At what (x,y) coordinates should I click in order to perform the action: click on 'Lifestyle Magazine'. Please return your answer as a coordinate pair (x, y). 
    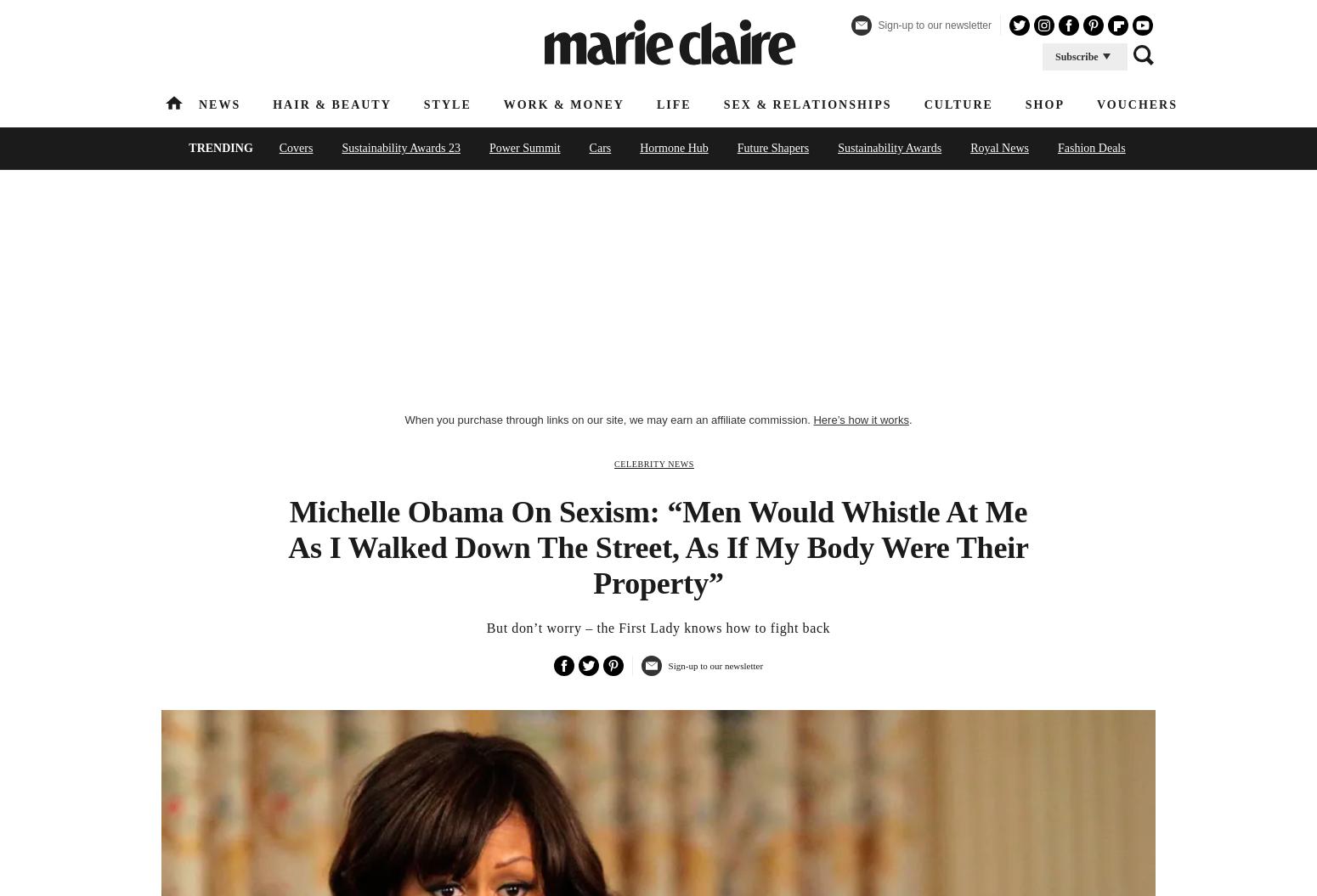
    Looking at the image, I should click on (429, 187).